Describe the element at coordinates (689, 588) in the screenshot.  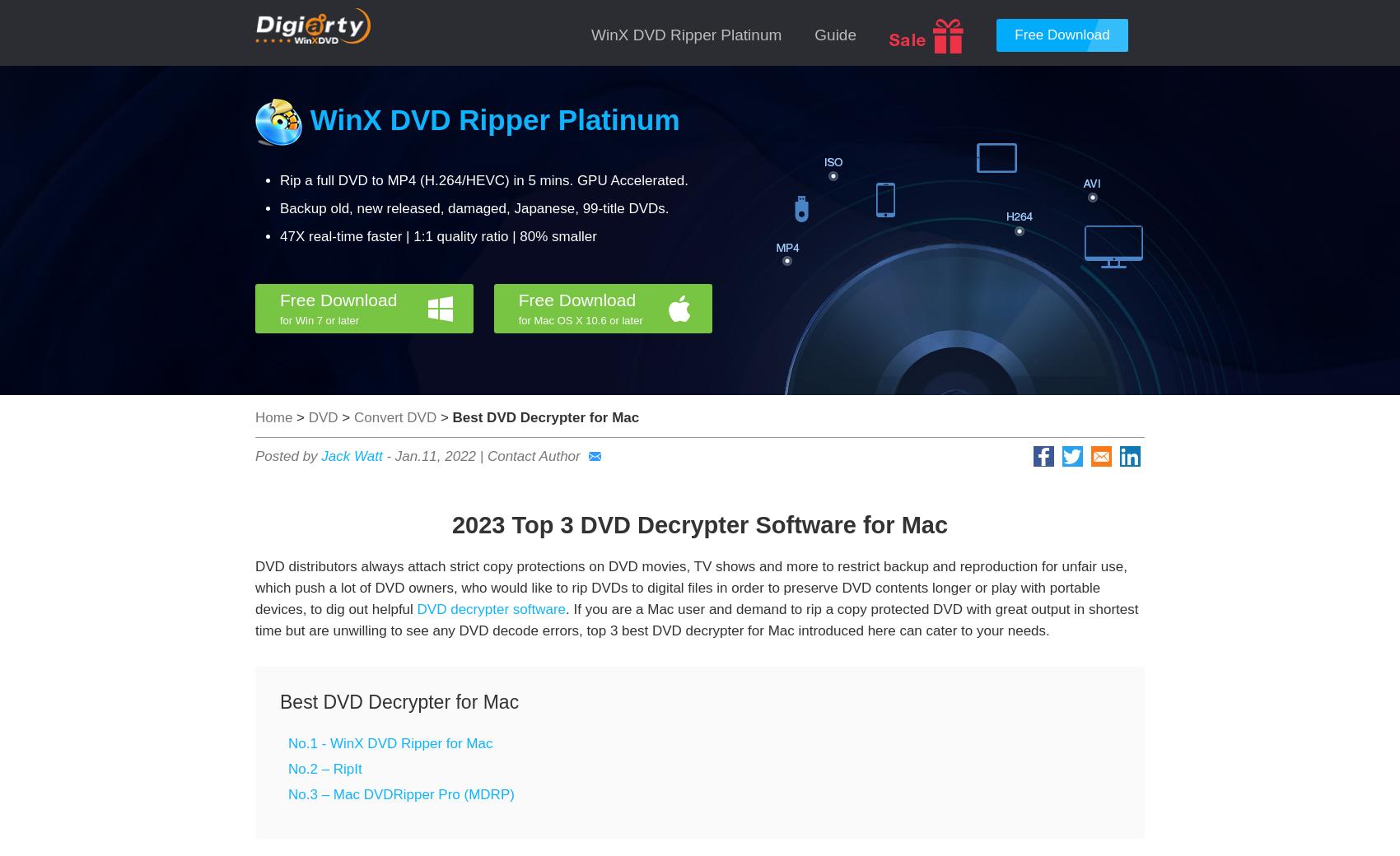
I see `'DVD distributors always attach strict copy protections on DVD movies, TV shows and more to restrict backup and reproduction for unfair use, which push a lot of DVD owners, who would like to rip DVDs to digital files in order to preserve DVD contents longer or play with portable devices, to dig out helpful'` at that location.